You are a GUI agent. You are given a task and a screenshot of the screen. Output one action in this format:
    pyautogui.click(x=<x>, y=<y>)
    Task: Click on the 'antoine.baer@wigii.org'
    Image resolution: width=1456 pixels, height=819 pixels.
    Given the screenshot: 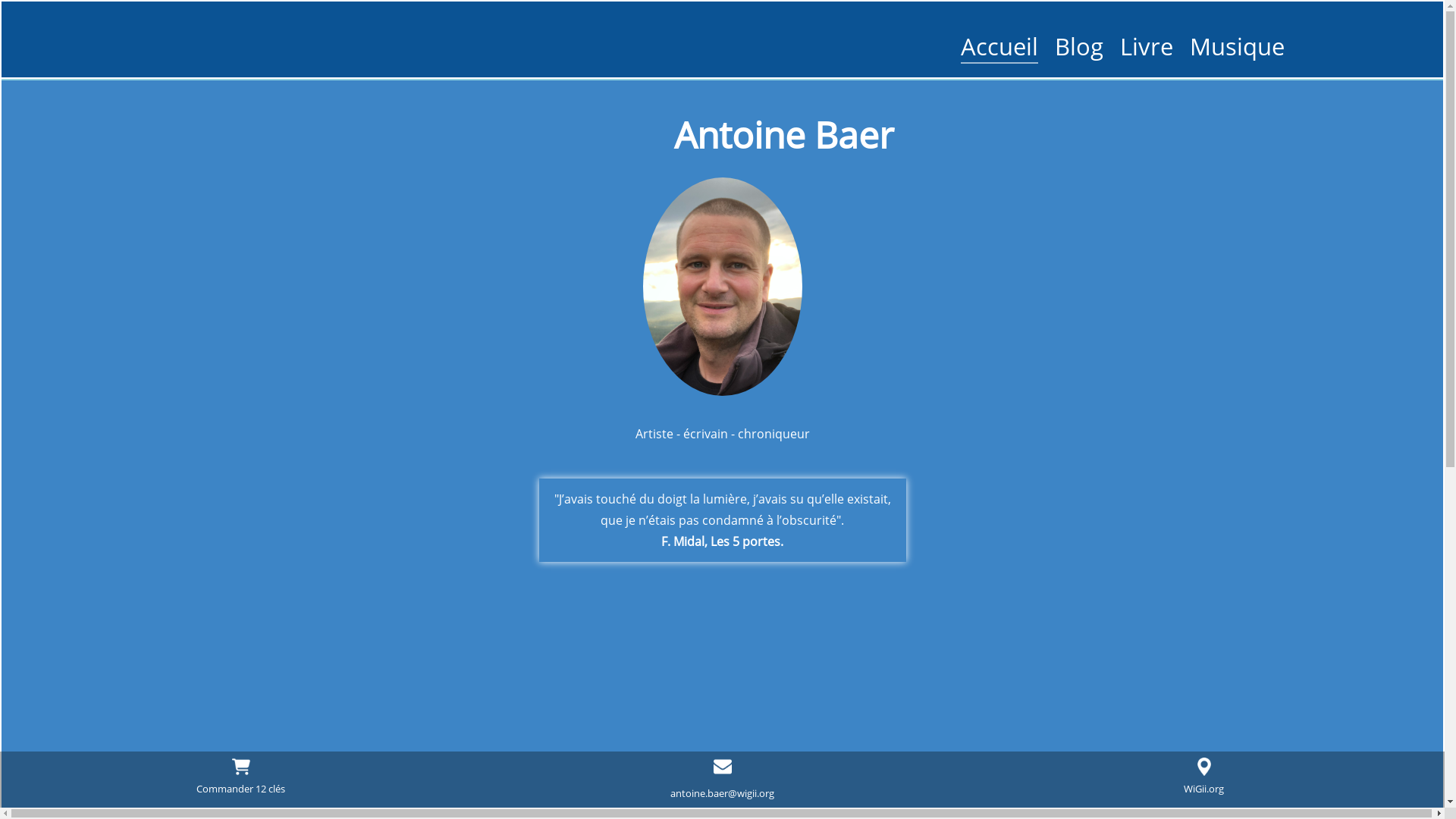 What is the action you would take?
    pyautogui.click(x=721, y=792)
    